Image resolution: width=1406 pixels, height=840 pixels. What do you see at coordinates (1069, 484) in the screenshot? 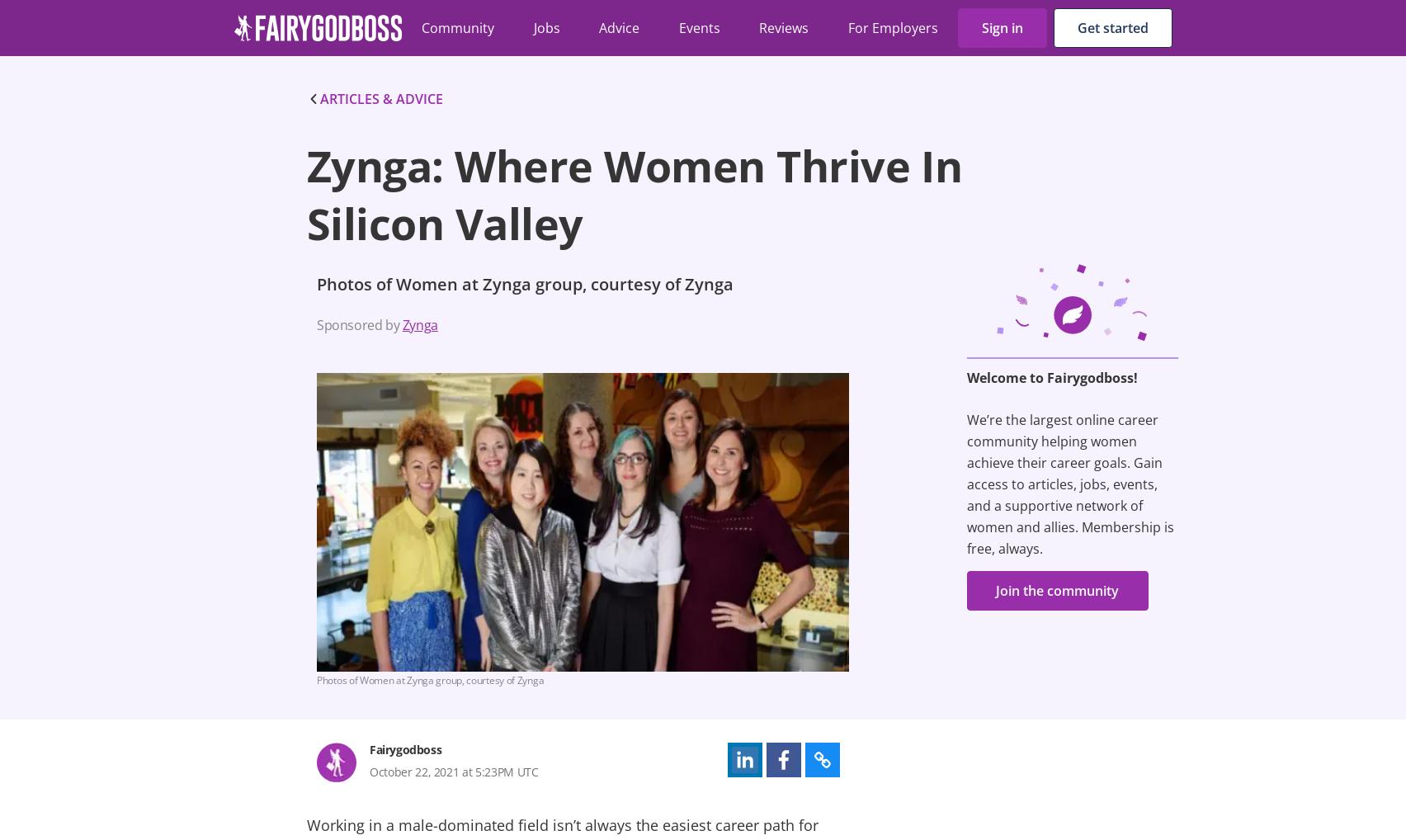
I see `'We’re the largest online career community helping women achieve their career goals. Gain access to articles, jobs, events, and a supportive network of women and allies. Membership is free, always.'` at bounding box center [1069, 484].